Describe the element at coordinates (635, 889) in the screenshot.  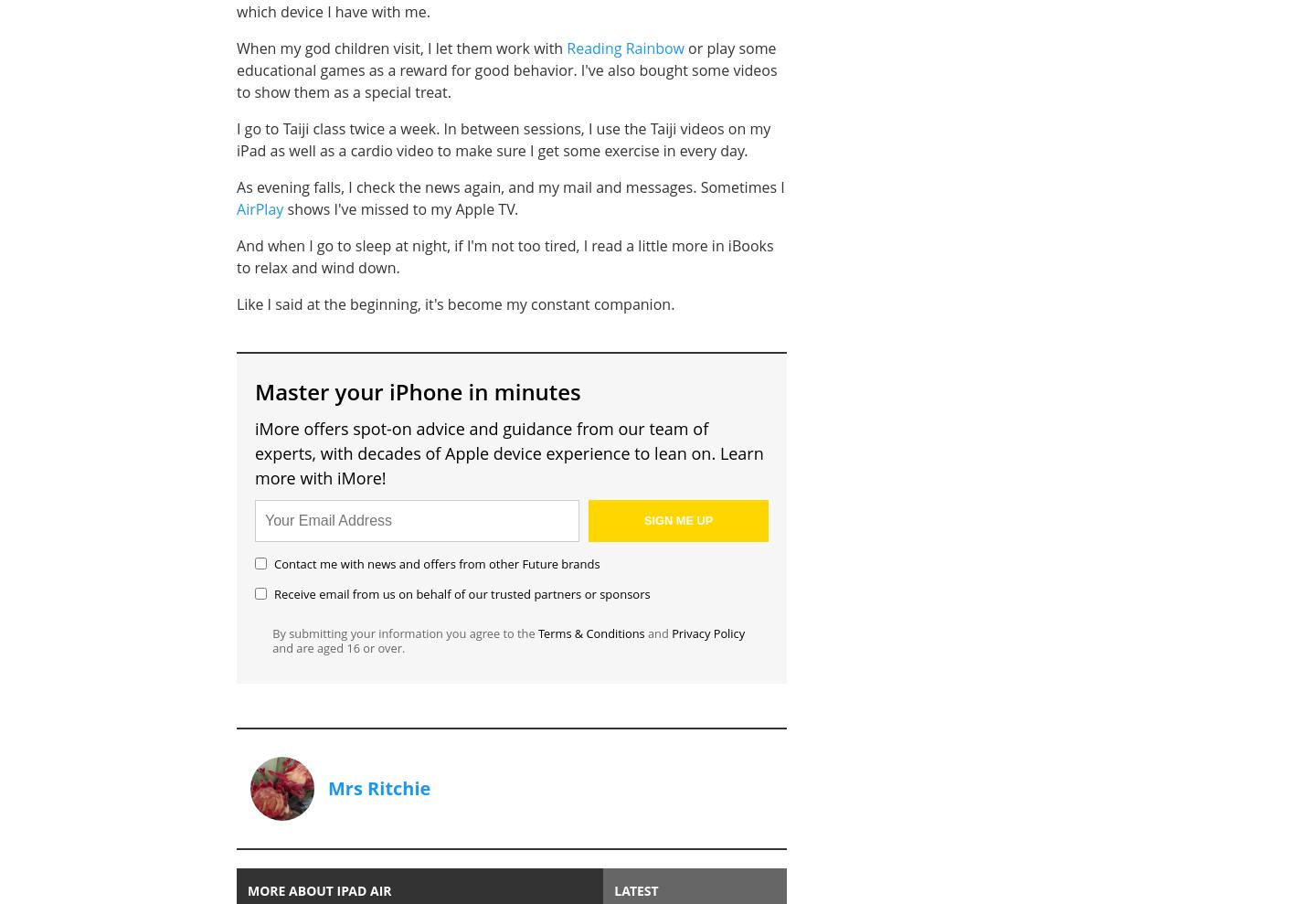
I see `'Latest'` at that location.